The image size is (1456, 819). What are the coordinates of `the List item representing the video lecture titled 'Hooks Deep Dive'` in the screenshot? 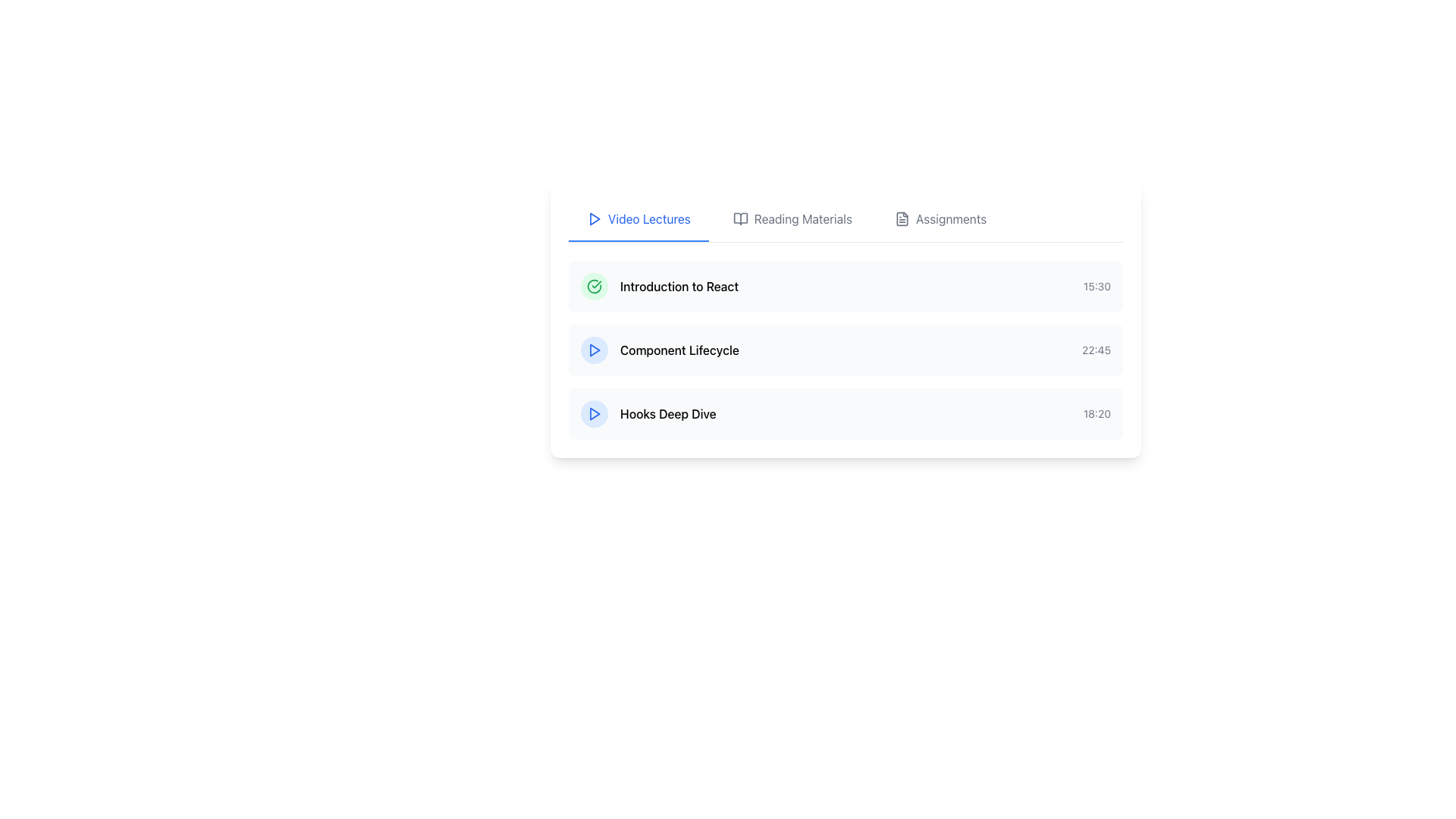 It's located at (845, 414).